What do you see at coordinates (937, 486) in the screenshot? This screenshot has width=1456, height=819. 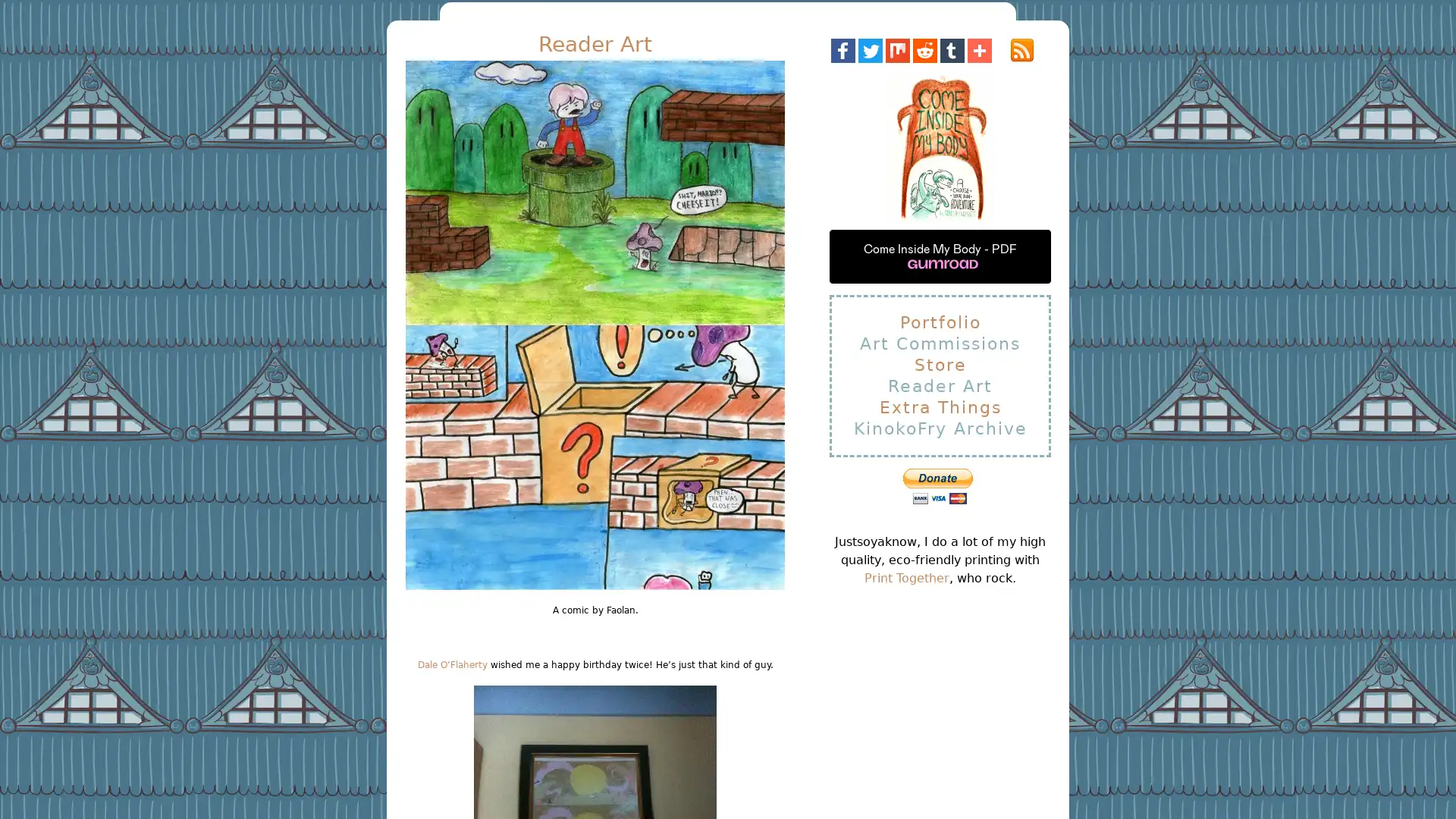 I see `PayPal - The safer, easier way to pay online.` at bounding box center [937, 486].